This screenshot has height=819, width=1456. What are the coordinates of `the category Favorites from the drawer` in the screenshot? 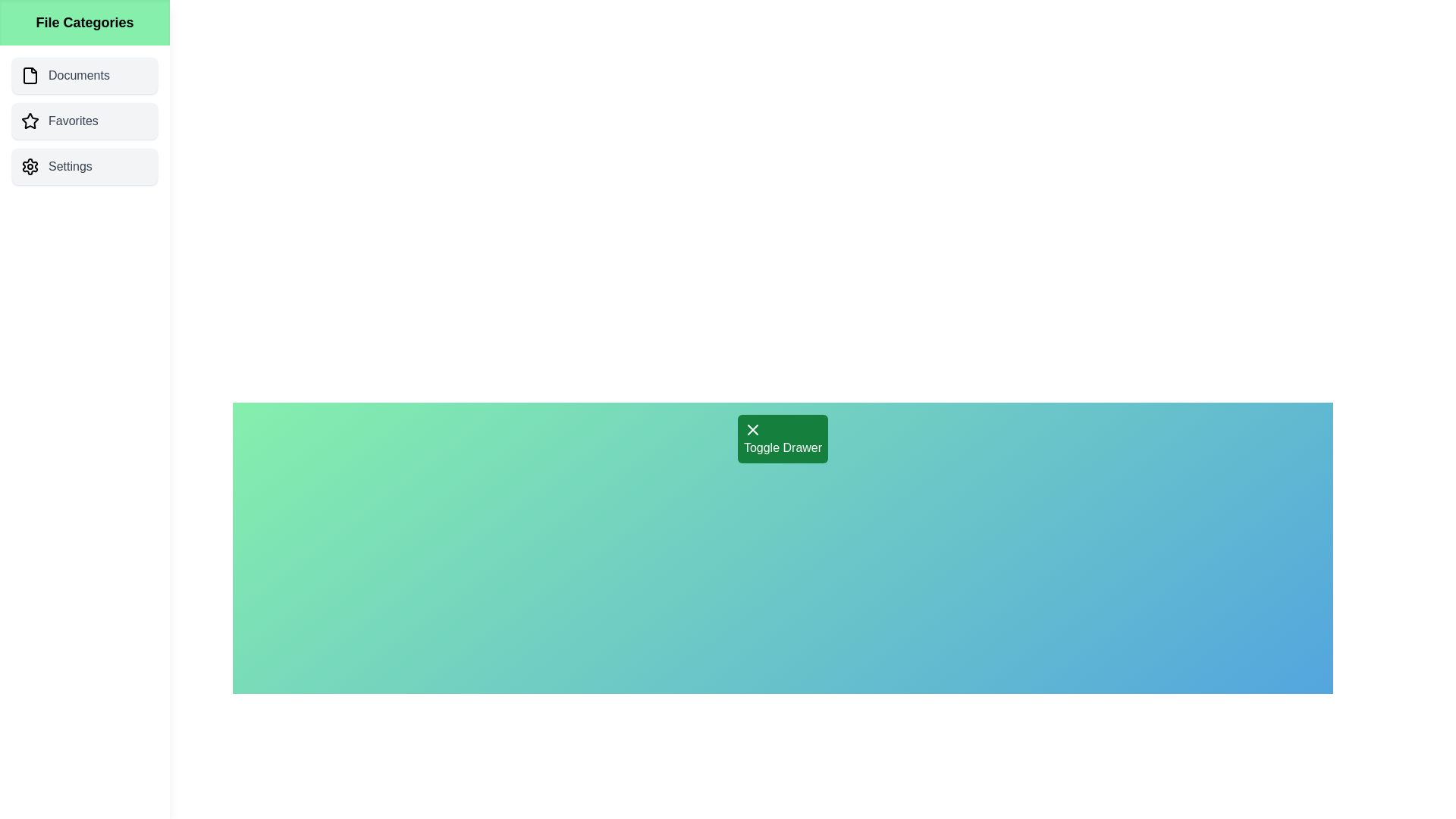 It's located at (83, 120).